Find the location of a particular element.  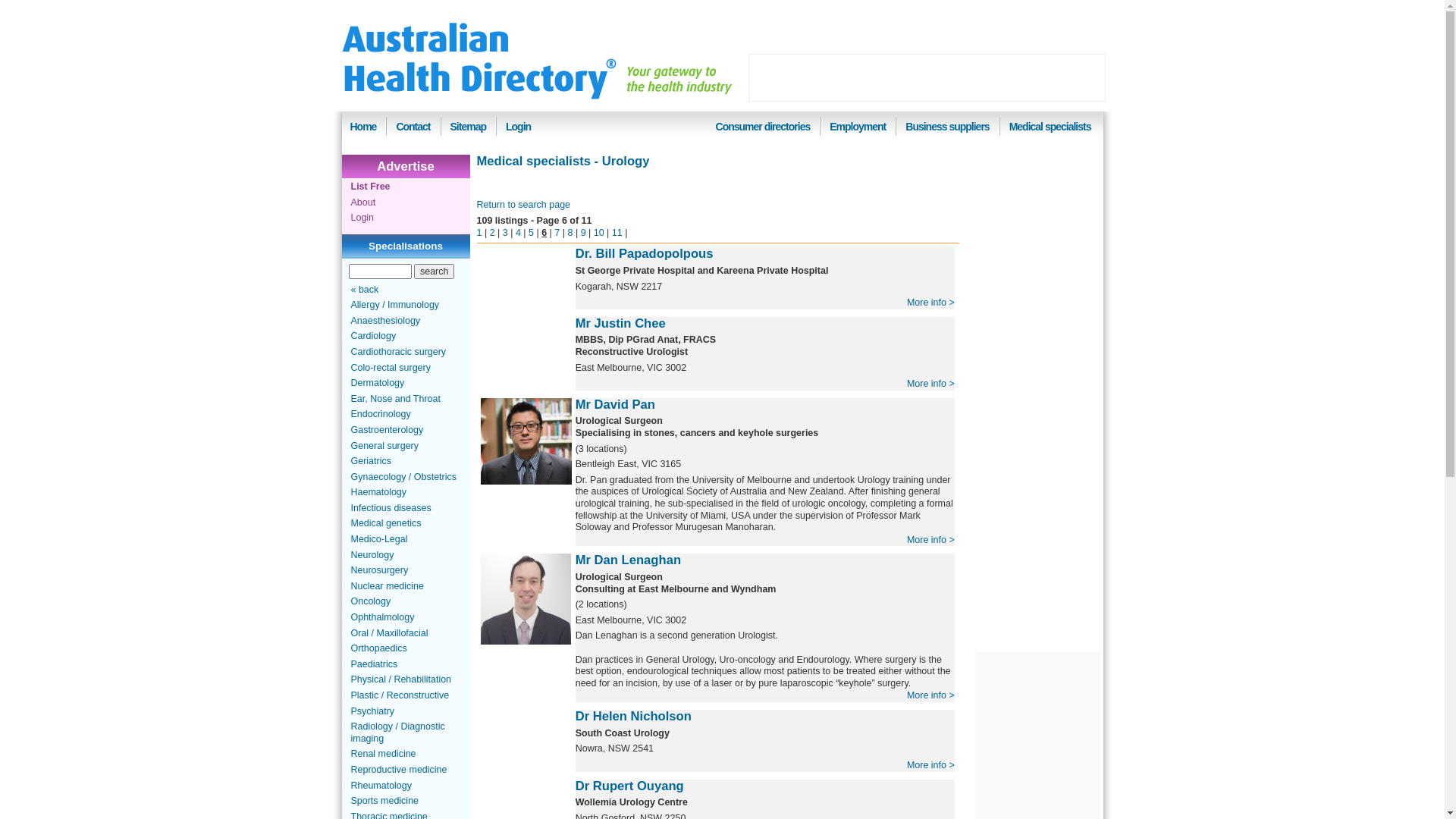

'Employment' is located at coordinates (858, 125).